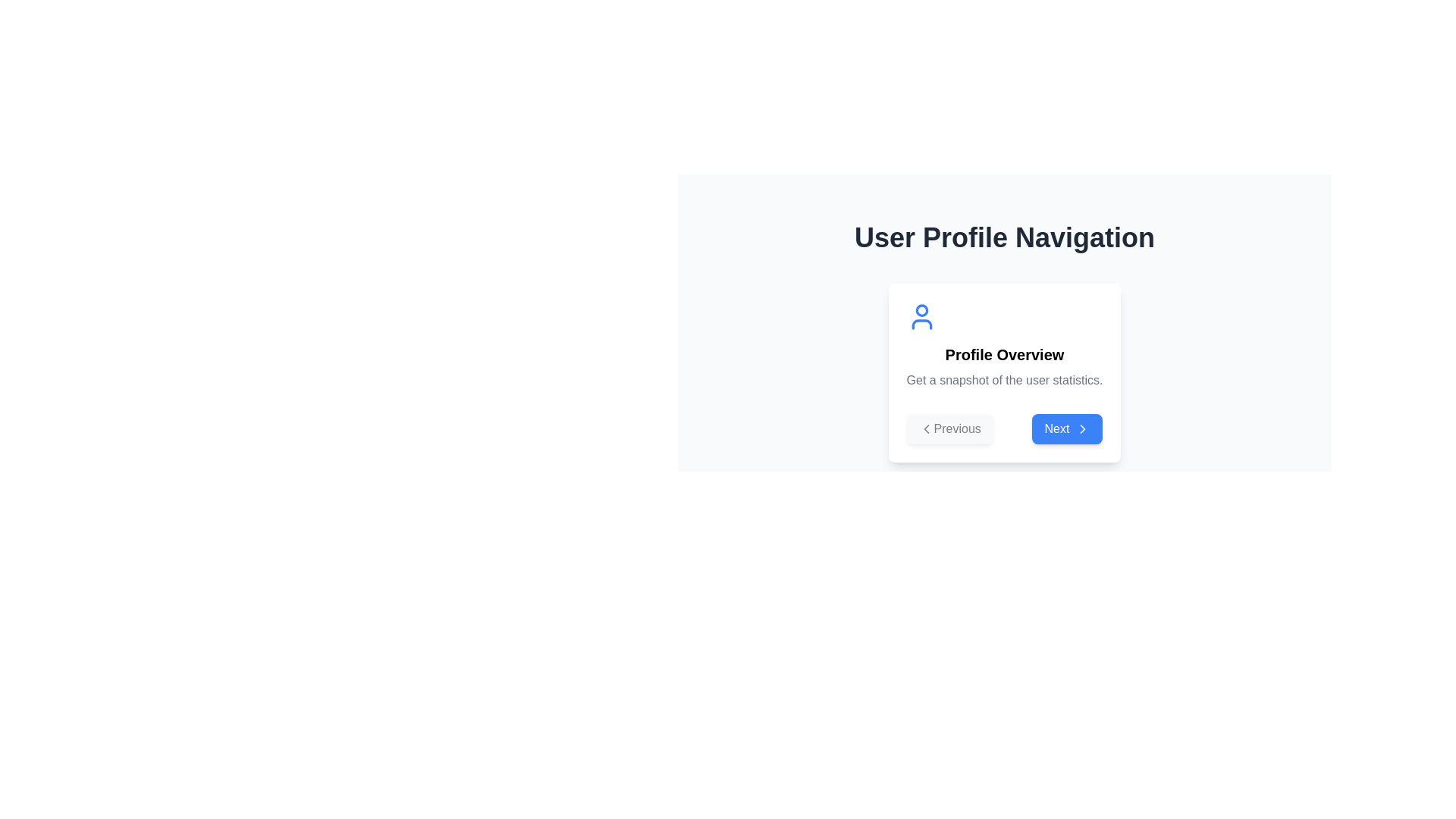  I want to click on the 'Previous' button with a left-facing chevron icon, which is located in the navigation section of the 'Profile Overview' card, so click(949, 429).